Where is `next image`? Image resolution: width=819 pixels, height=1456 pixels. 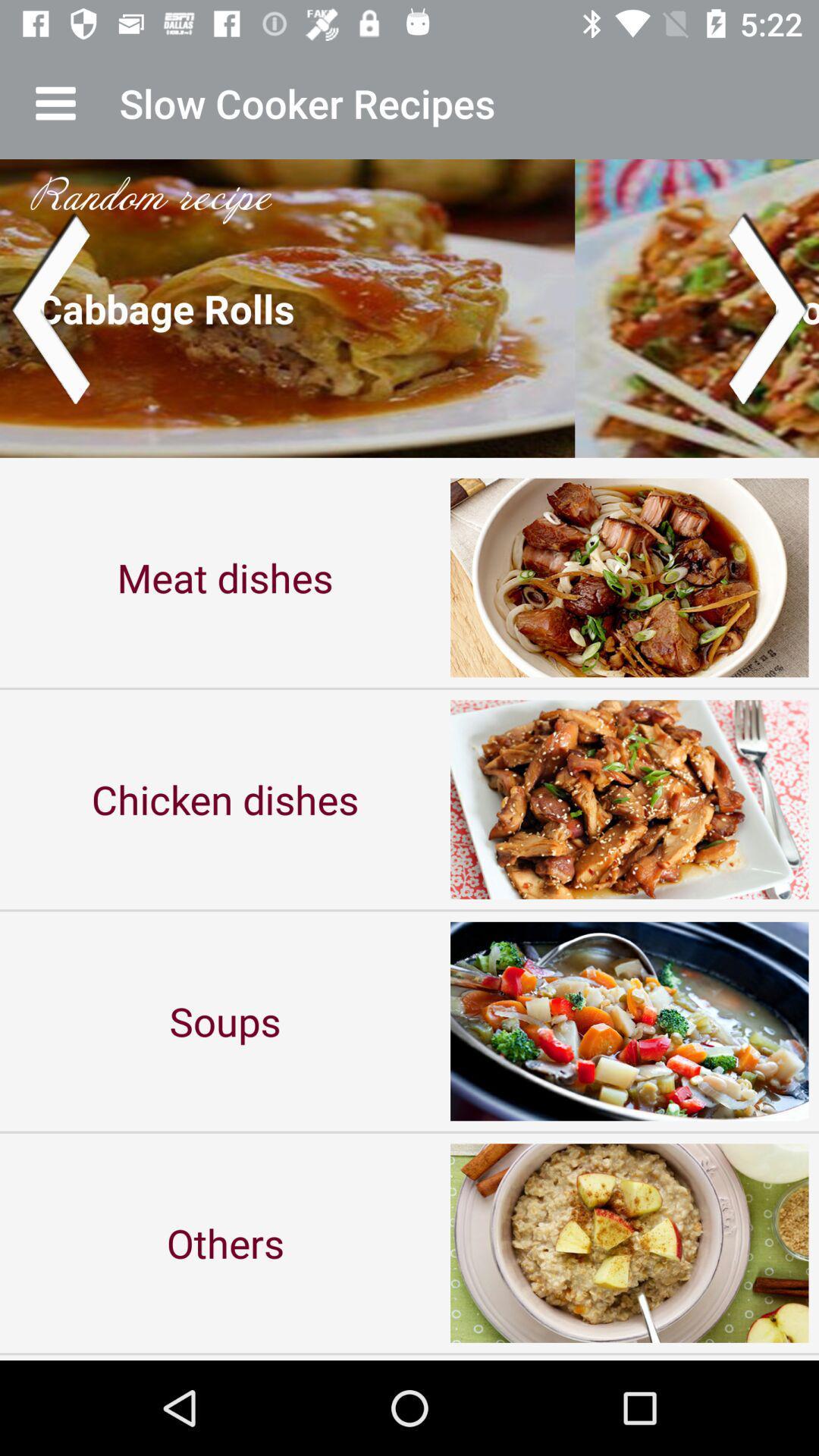 next image is located at coordinates (769, 307).